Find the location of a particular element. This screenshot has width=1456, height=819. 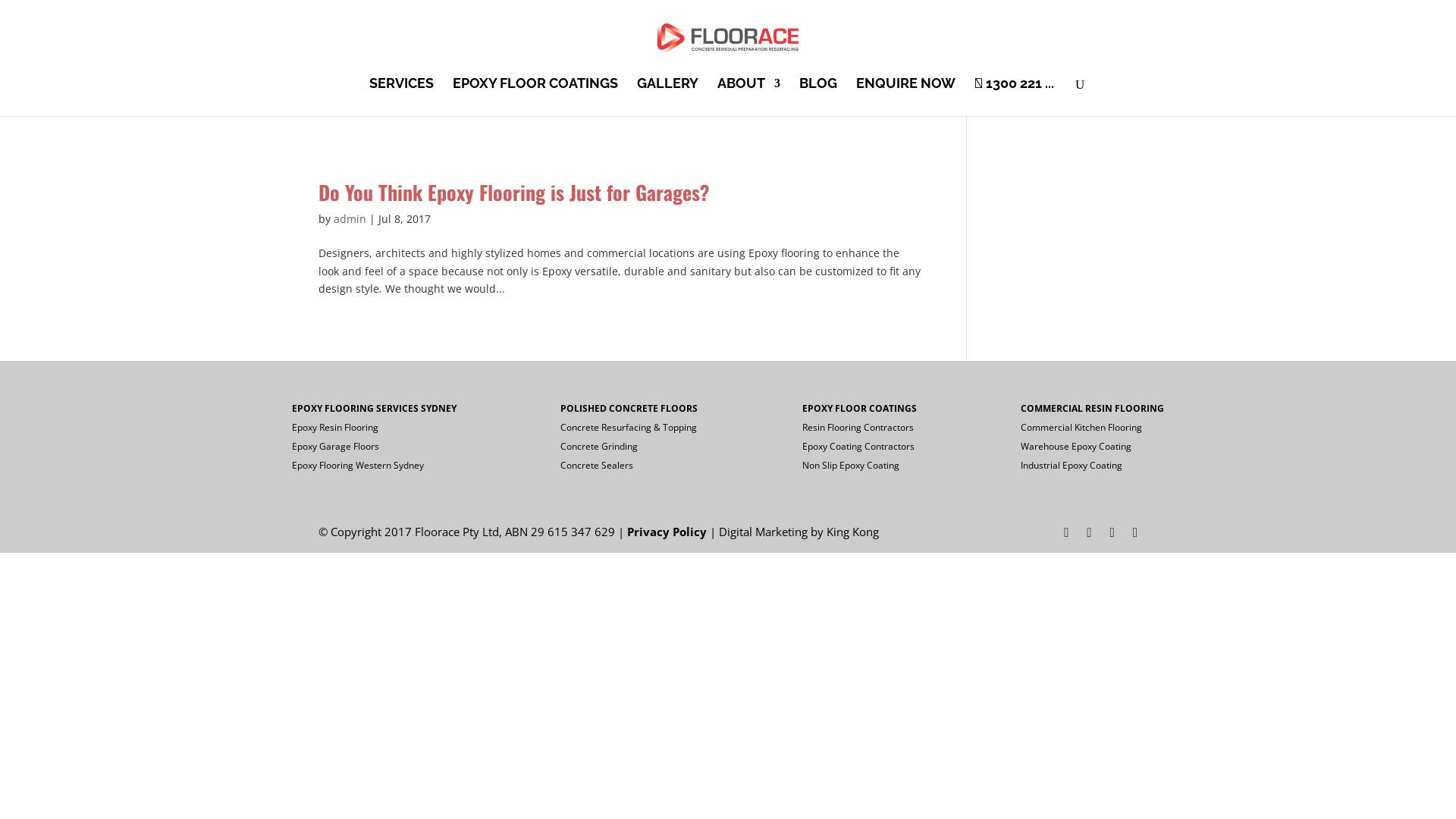

'Concrete Resurfacing & Topping' is located at coordinates (629, 427).